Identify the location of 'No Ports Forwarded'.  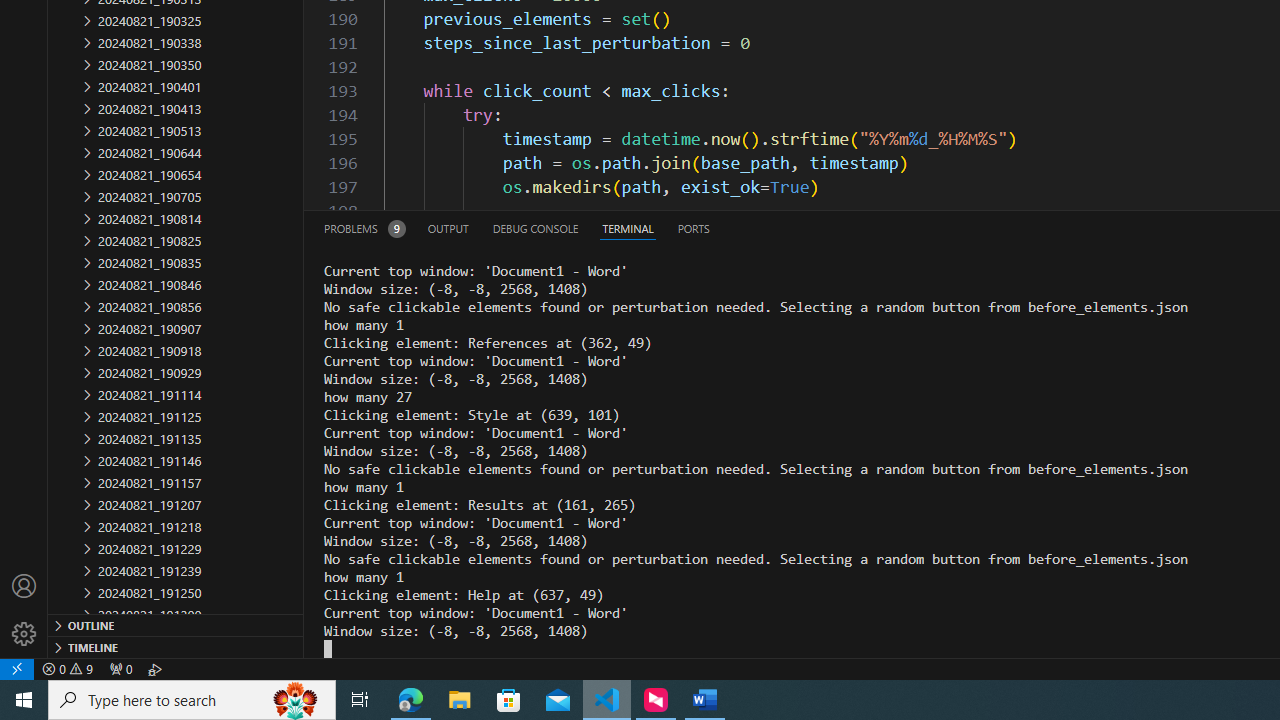
(119, 668).